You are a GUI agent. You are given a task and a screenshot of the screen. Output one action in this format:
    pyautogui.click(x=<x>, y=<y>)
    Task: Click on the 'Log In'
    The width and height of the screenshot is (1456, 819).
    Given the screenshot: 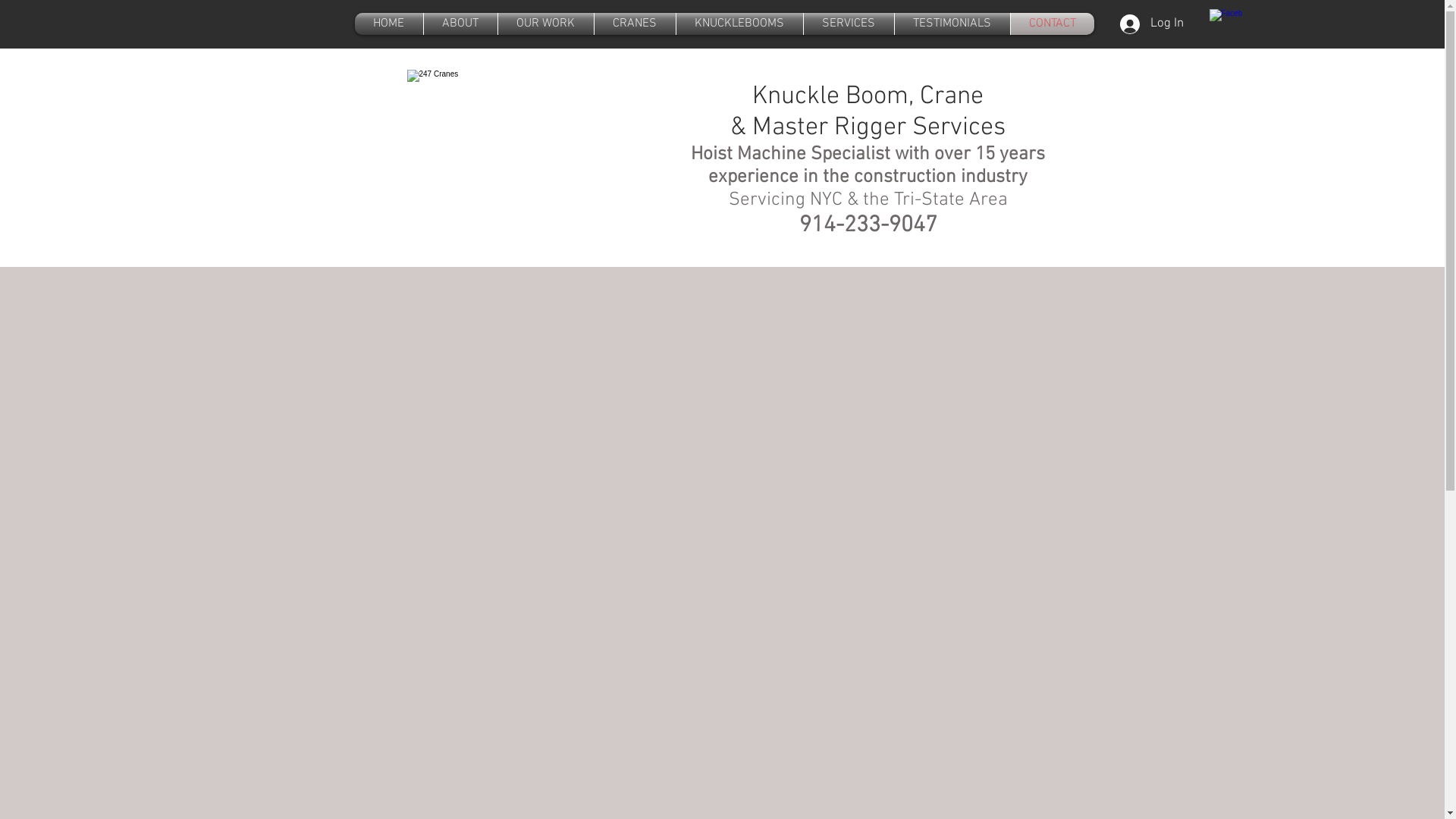 What is the action you would take?
    pyautogui.click(x=1109, y=24)
    